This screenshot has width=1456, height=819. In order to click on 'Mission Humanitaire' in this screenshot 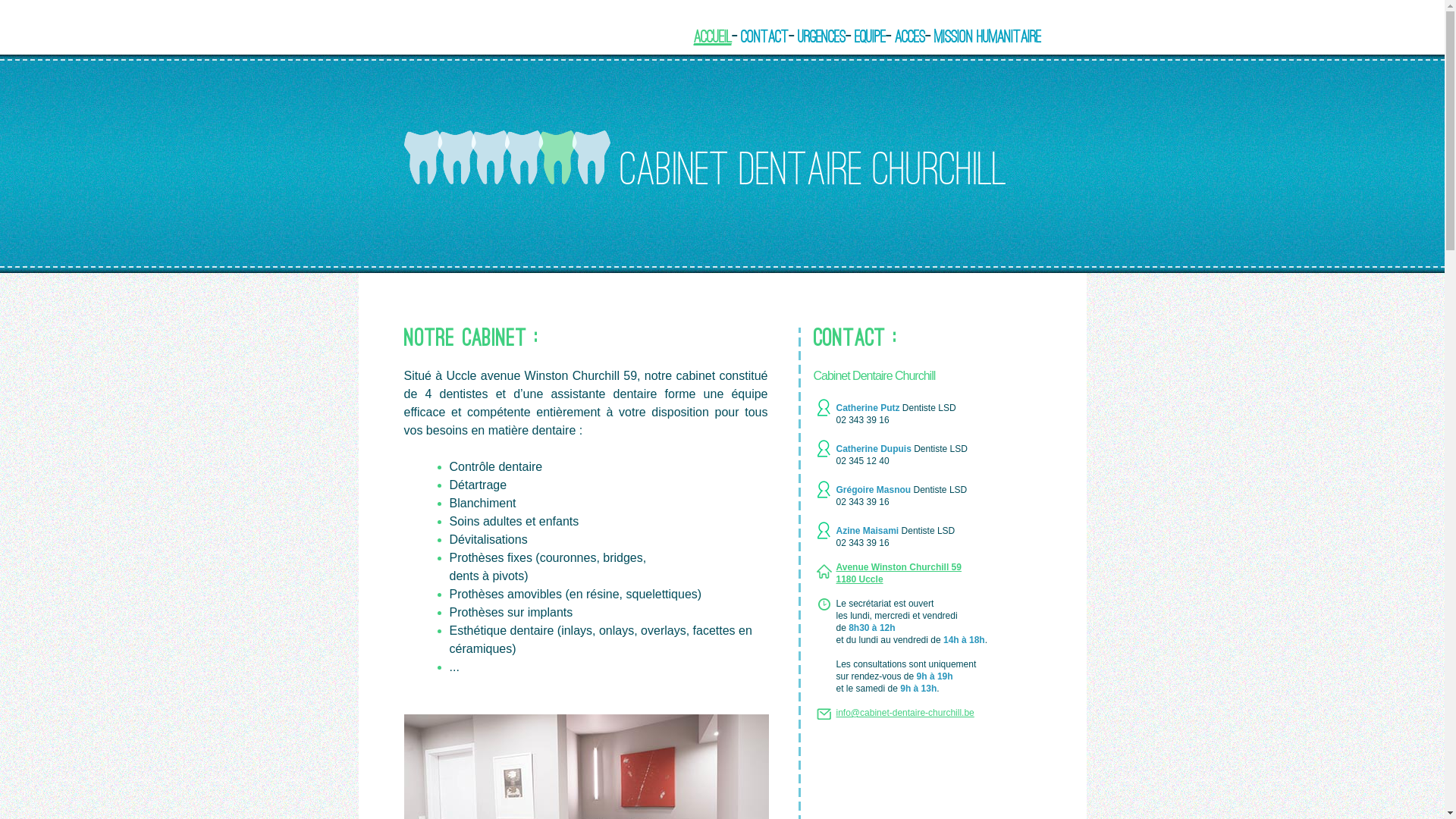, I will do `click(987, 36)`.